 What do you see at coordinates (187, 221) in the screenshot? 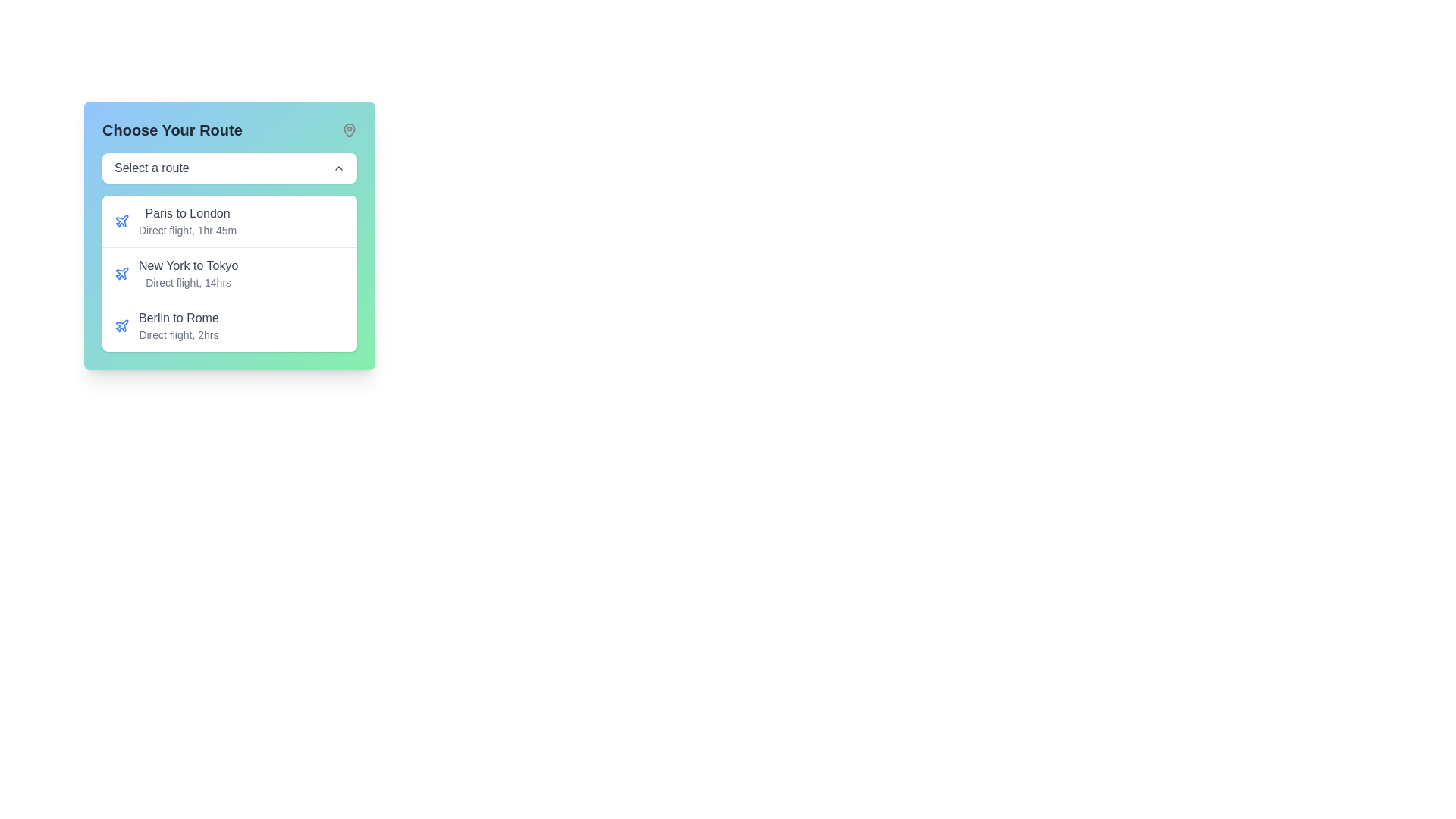
I see `the first flight option text label displaying 'Paris to London' and its details in the dropdown menu` at bounding box center [187, 221].